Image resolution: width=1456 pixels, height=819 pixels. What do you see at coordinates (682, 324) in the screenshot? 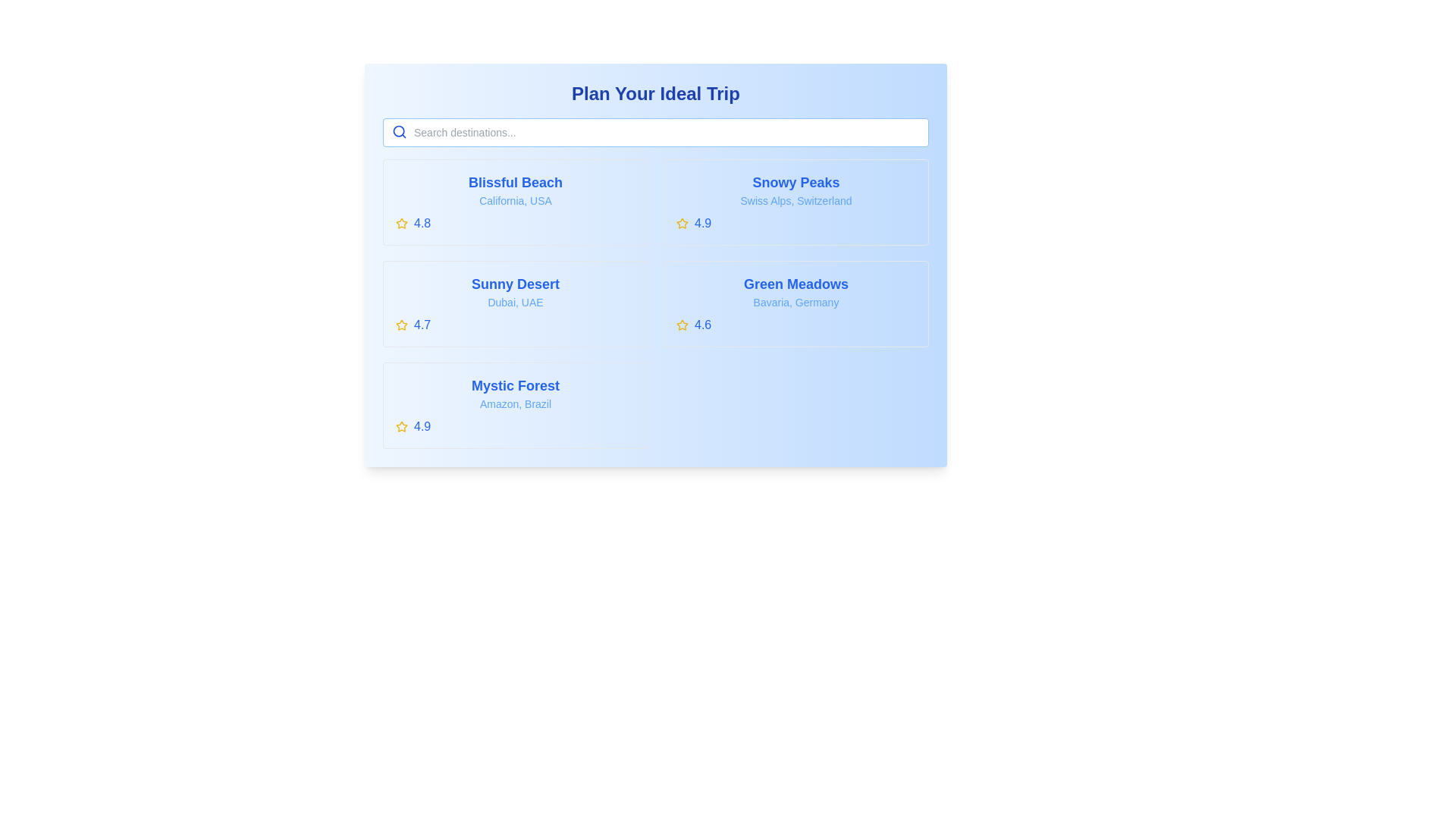
I see `the star icon associated with the 'Green Meadows' destination card, which indicates a rating of 4.6 and is located in the bottom-right quadrant of the main list` at bounding box center [682, 324].